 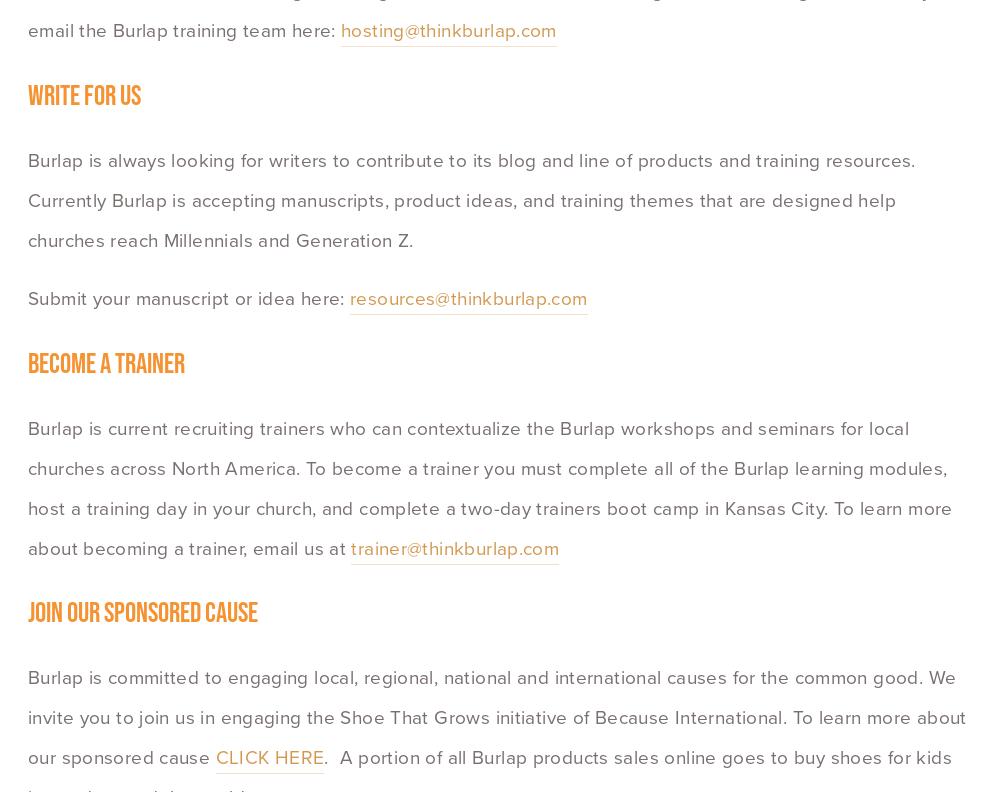 What do you see at coordinates (500, 715) in the screenshot?
I see `'Burlap is committed to engaging local, regional, national and international causes for the common good. We invite you to join us in engaging the Shoe That Grows initiative of Because International. To learn more about our sponsored cause'` at bounding box center [500, 715].